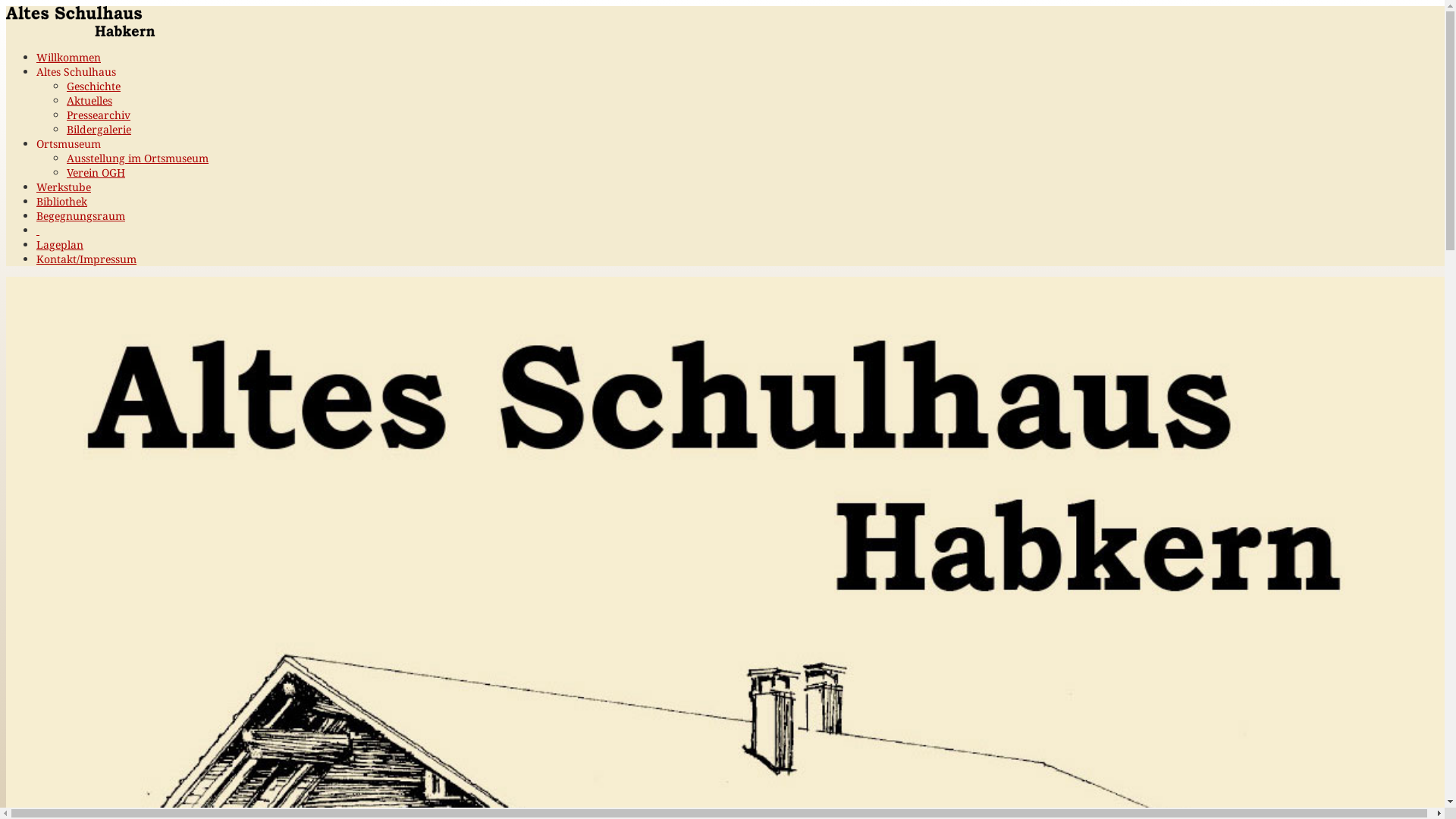  Describe the element at coordinates (89, 100) in the screenshot. I see `'Aktuelles'` at that location.